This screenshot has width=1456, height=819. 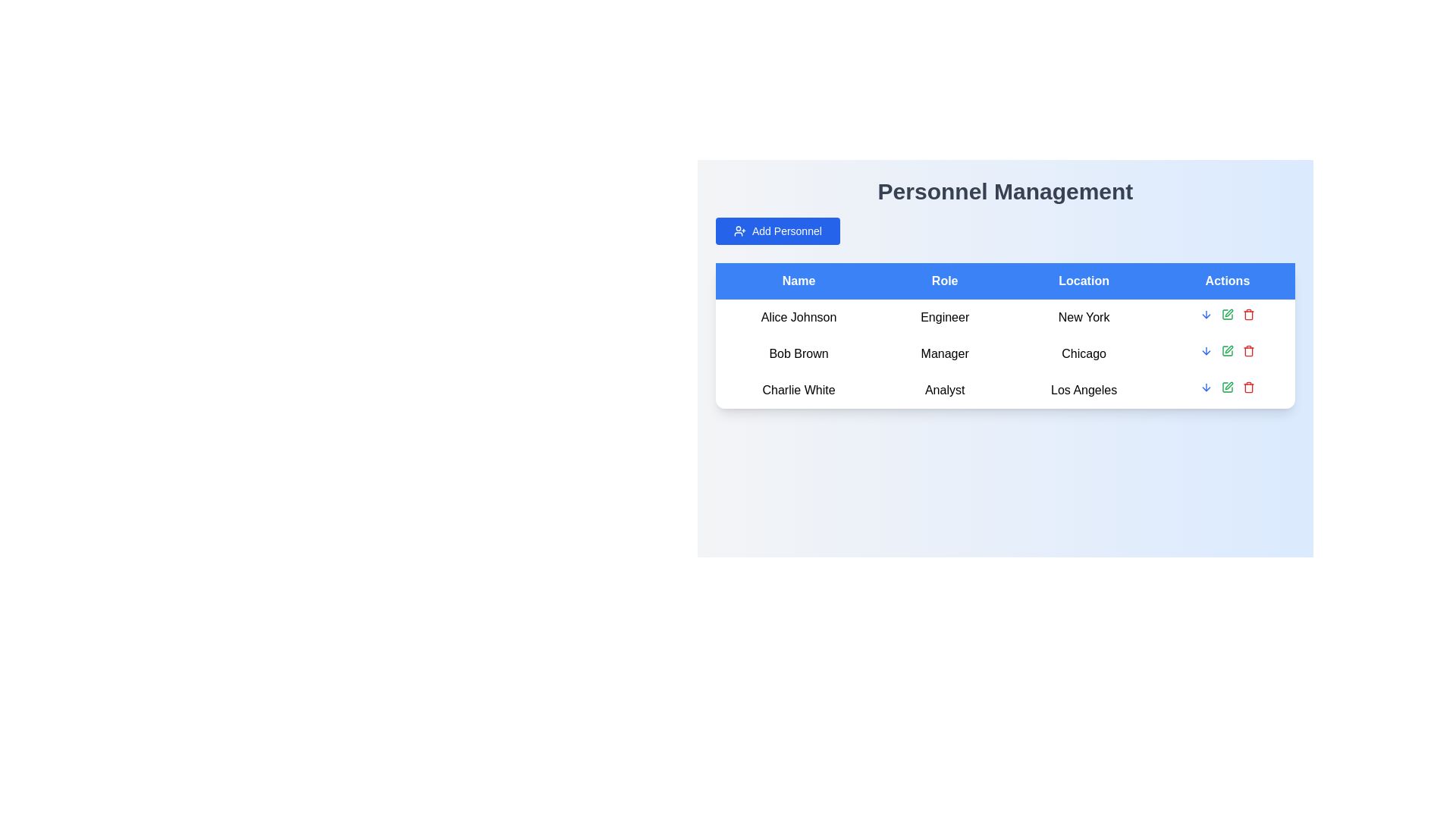 I want to click on the blue downward arrow icon located in the third row of the 'Actions' column of the table, so click(x=1205, y=386).